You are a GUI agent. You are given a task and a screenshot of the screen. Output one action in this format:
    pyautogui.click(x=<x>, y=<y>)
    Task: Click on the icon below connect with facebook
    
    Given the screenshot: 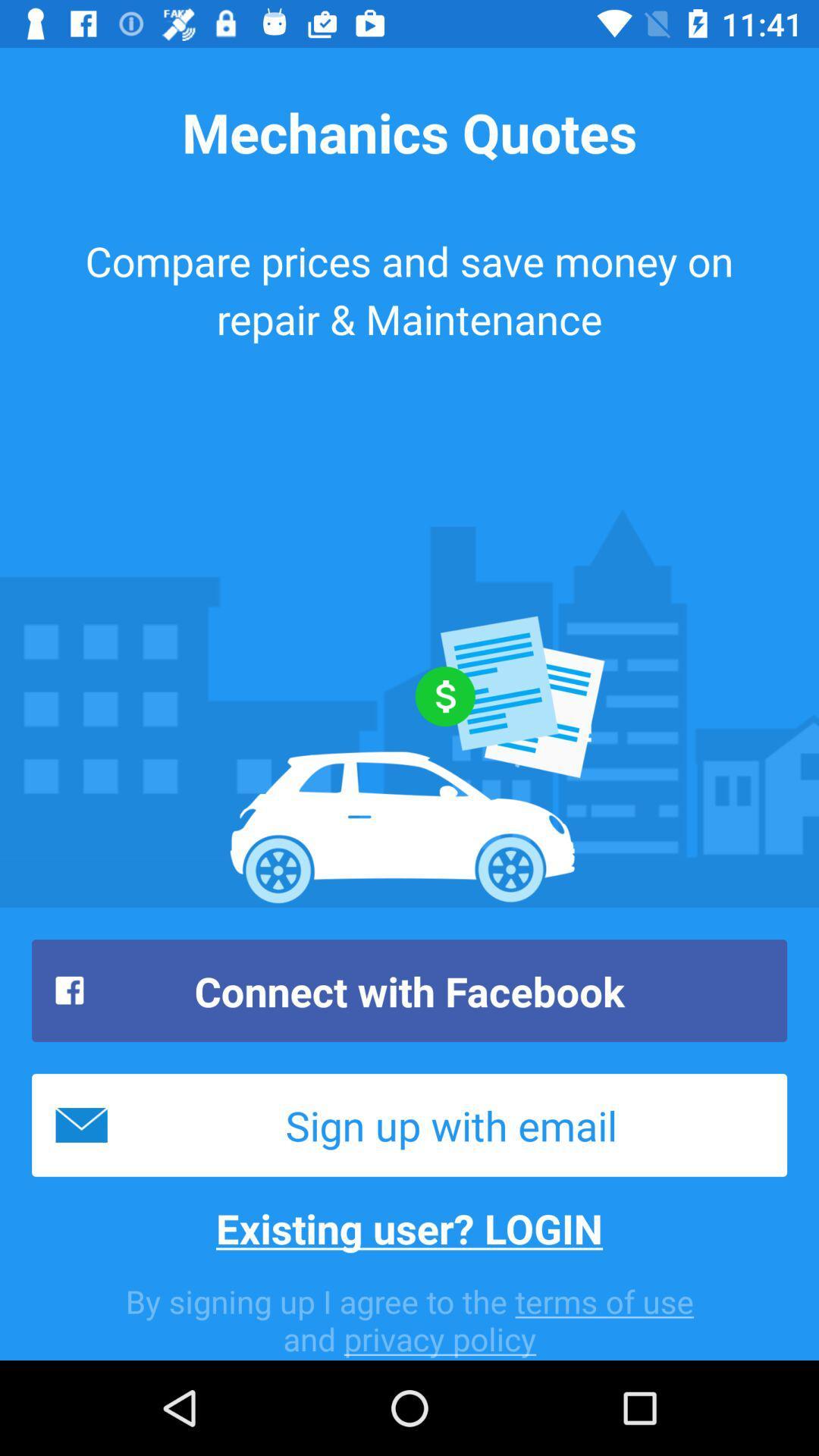 What is the action you would take?
    pyautogui.click(x=409, y=1125)
    